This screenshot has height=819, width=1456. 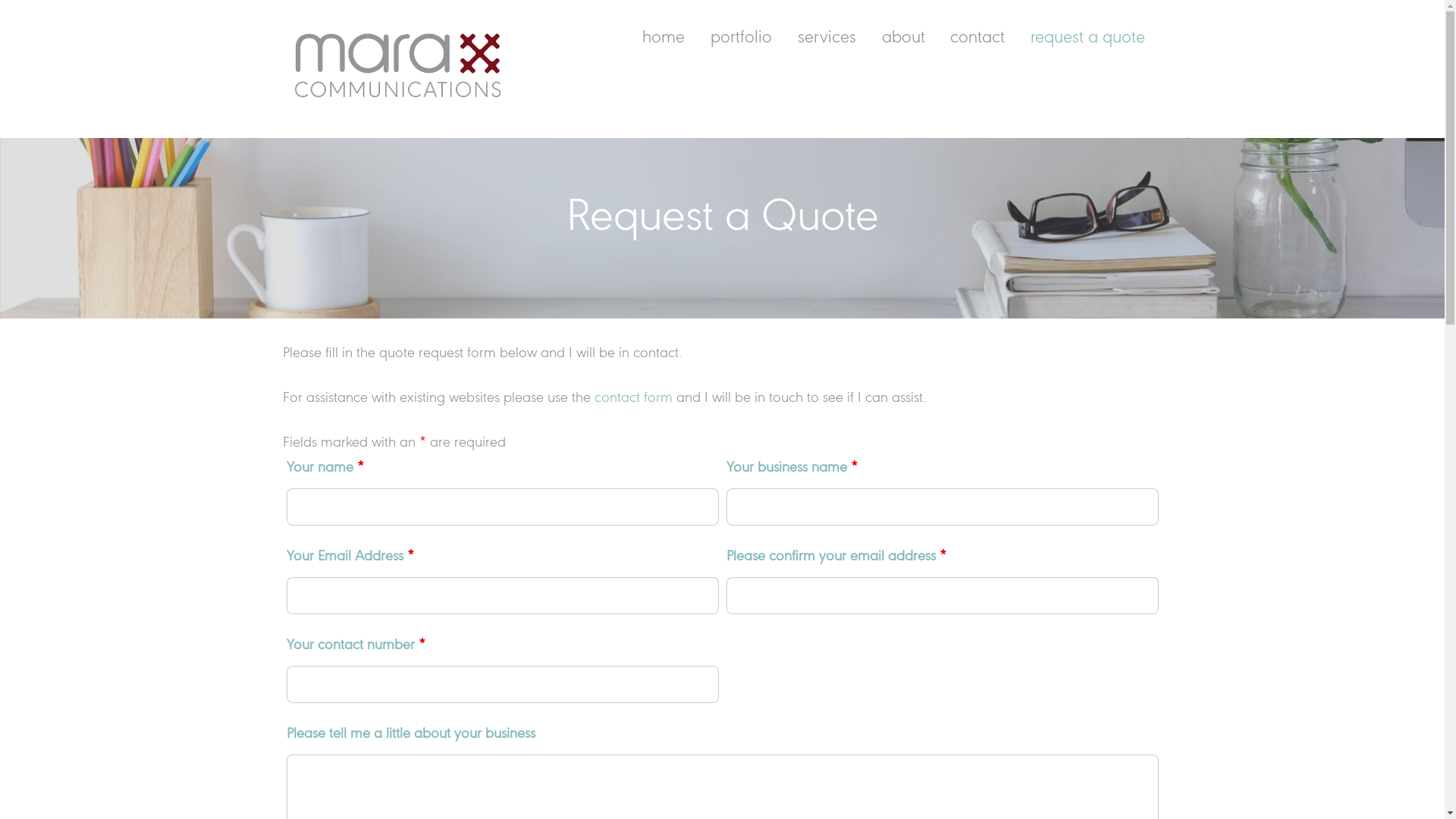 What do you see at coordinates (396, 102) in the screenshot?
I see `'Mara Communications'` at bounding box center [396, 102].